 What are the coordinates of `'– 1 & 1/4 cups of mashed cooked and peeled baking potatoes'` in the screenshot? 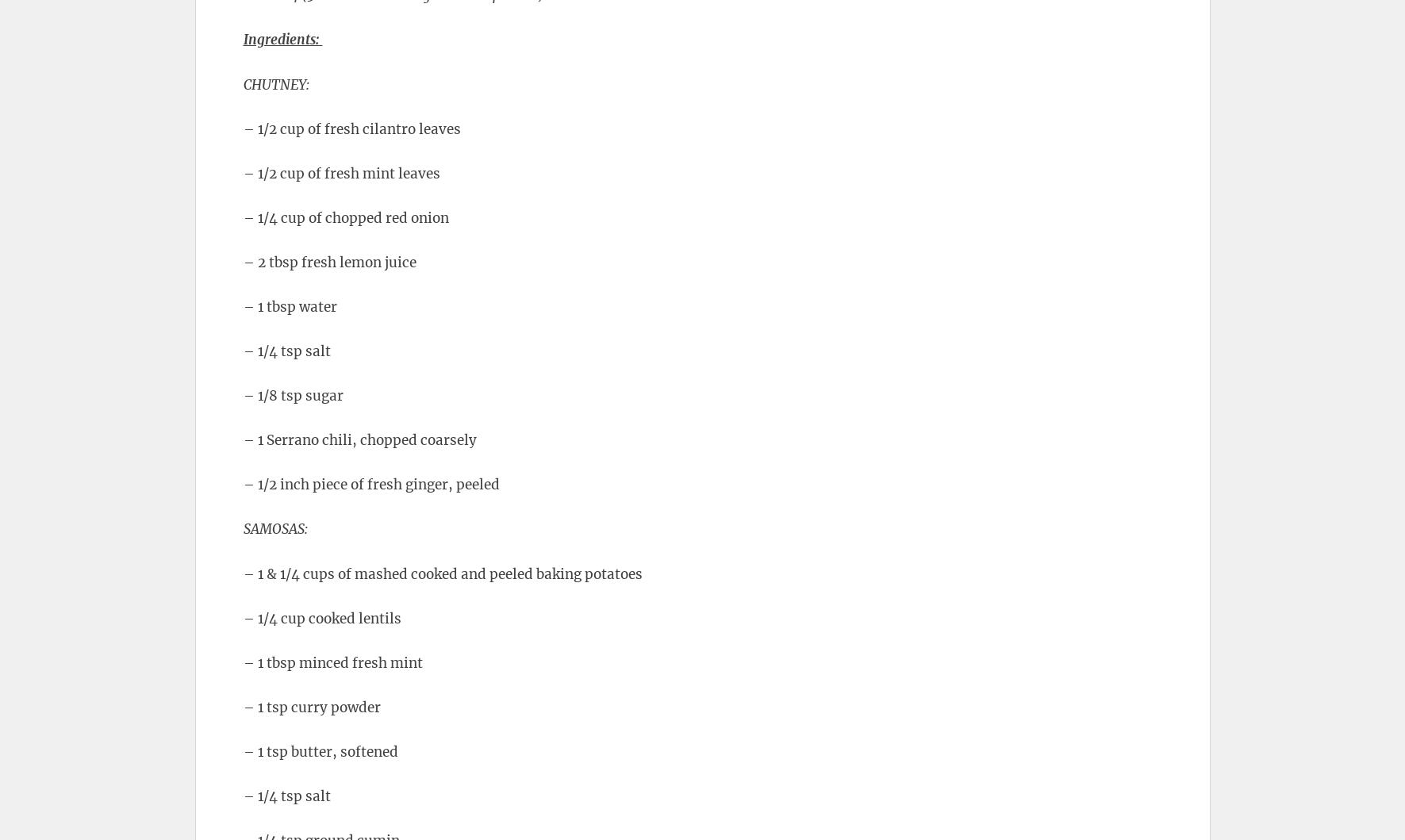 It's located at (441, 573).